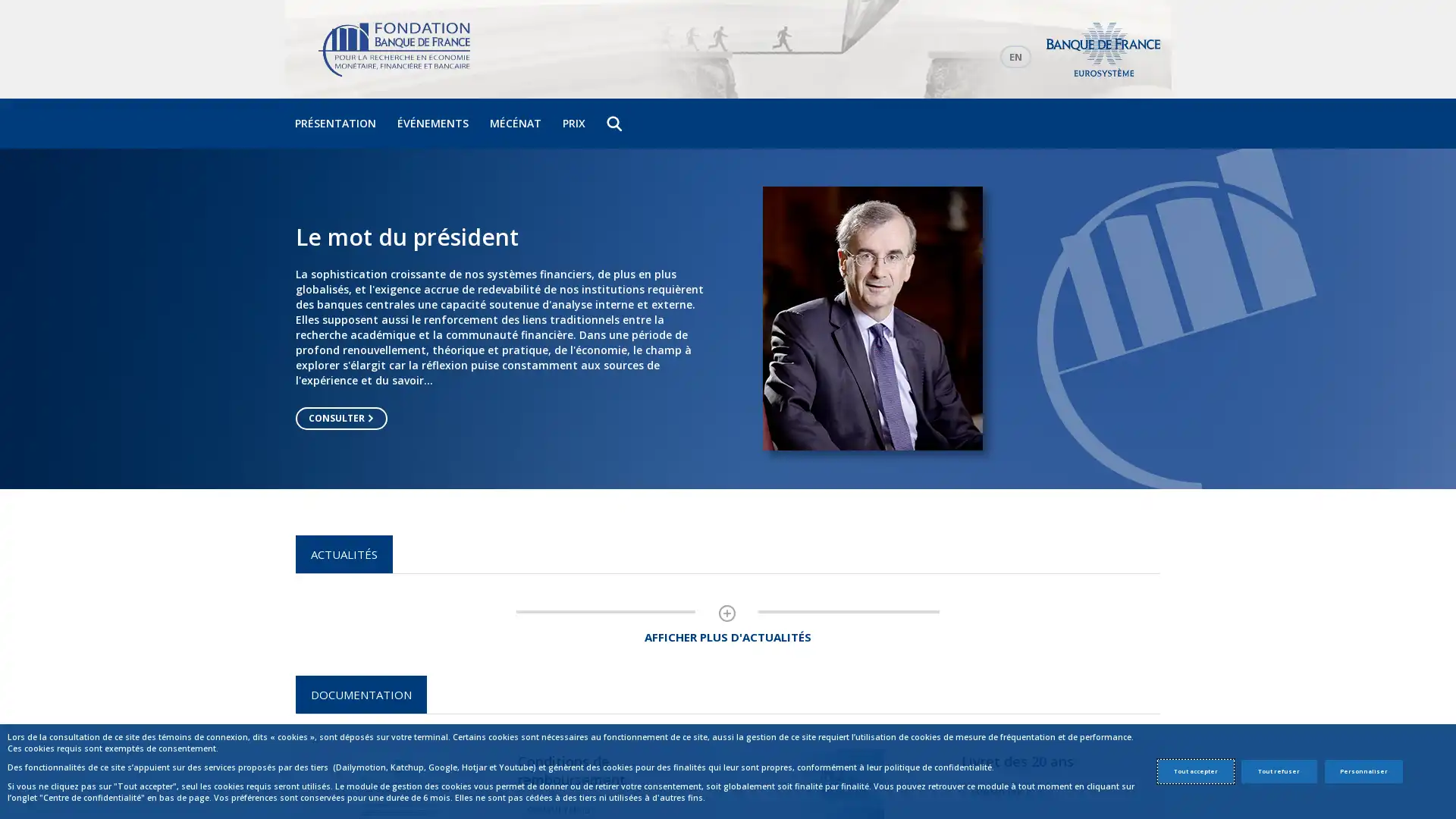  Describe the element at coordinates (1277, 771) in the screenshot. I see `Reject proposed privacy settings` at that location.